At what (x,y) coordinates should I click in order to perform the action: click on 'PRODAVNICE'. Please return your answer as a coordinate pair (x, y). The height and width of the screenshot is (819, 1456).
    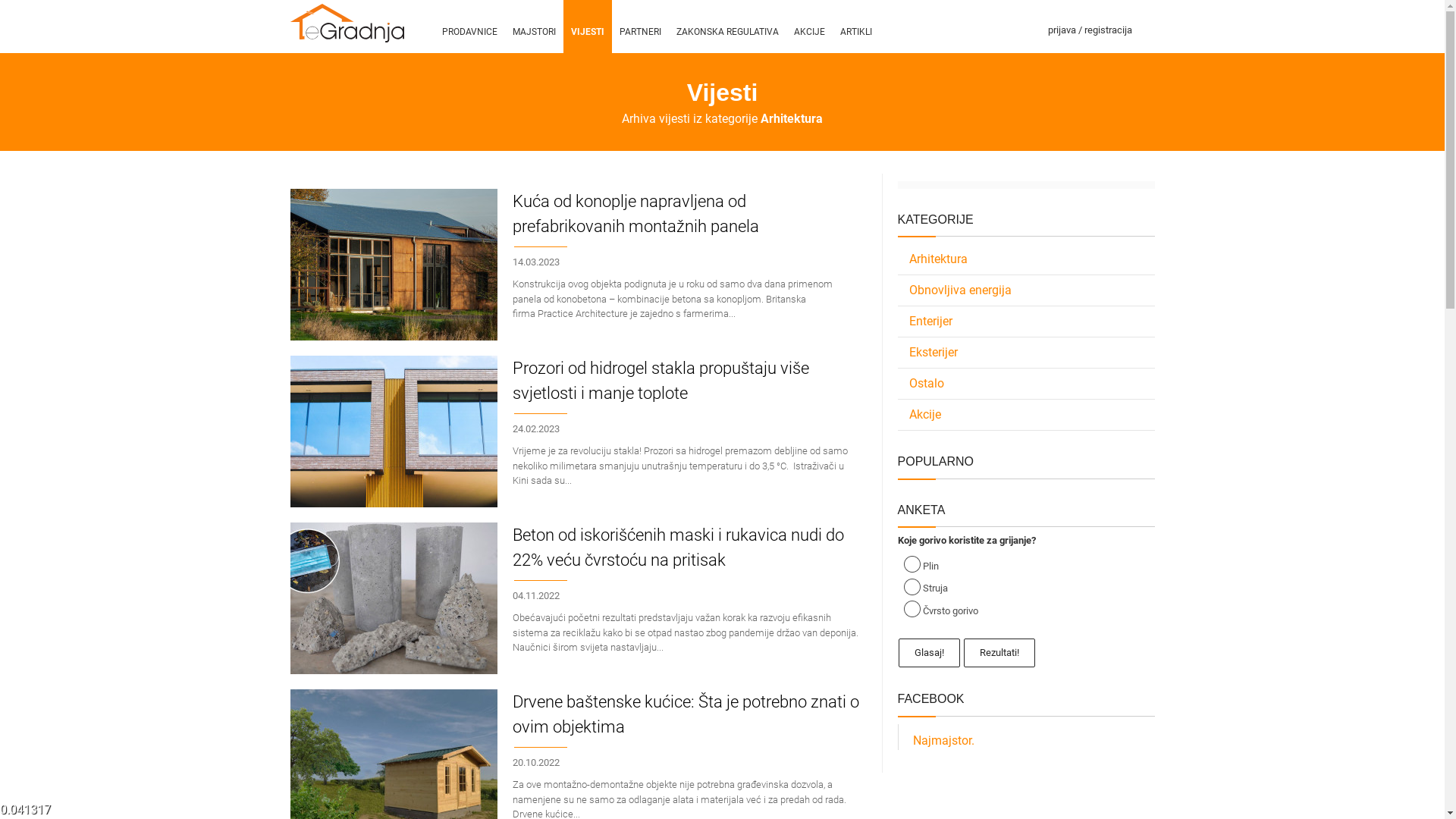
    Looking at the image, I should click on (468, 26).